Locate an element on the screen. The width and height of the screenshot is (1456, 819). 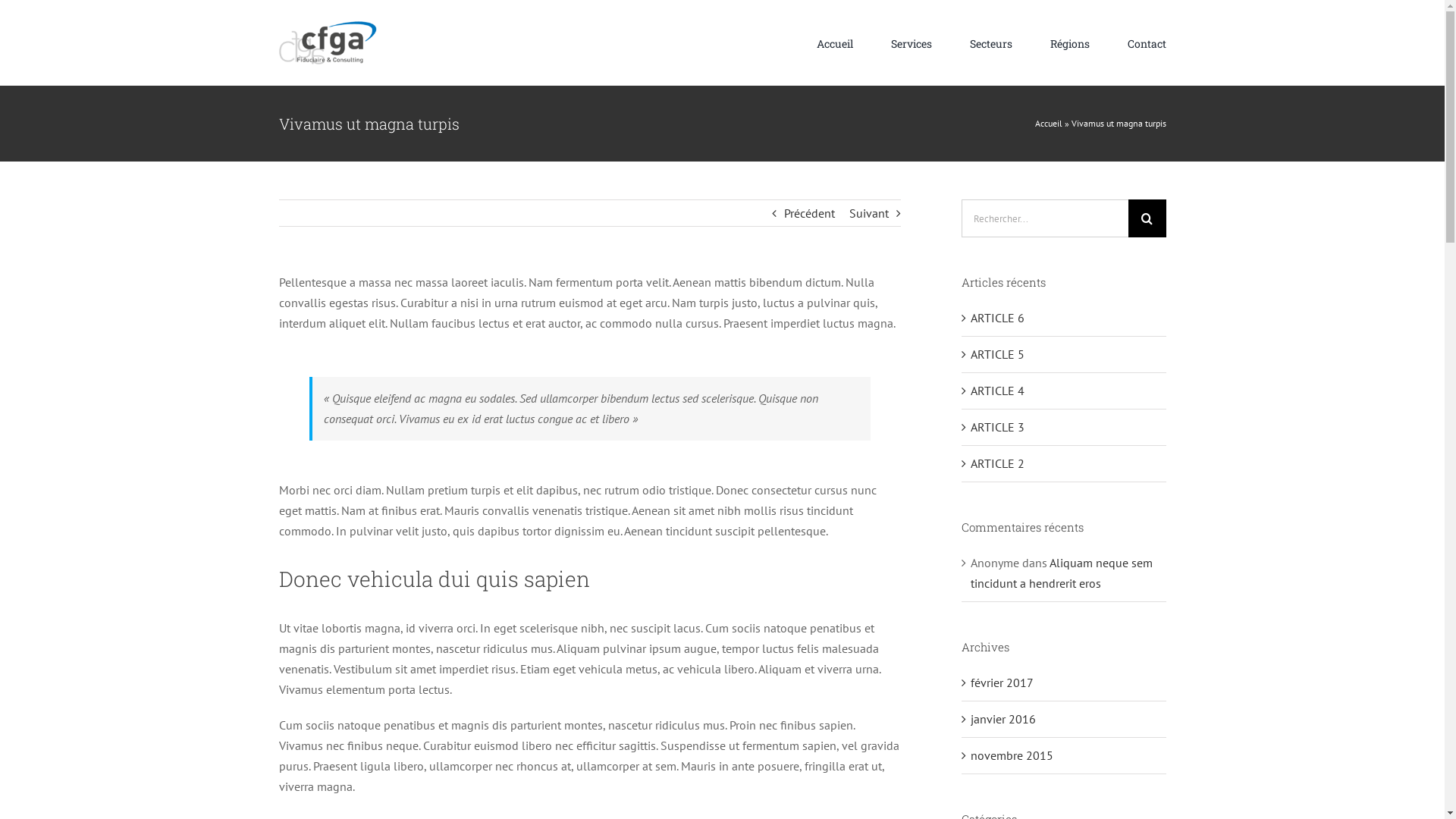
'novembre 2015' is located at coordinates (1012, 755).